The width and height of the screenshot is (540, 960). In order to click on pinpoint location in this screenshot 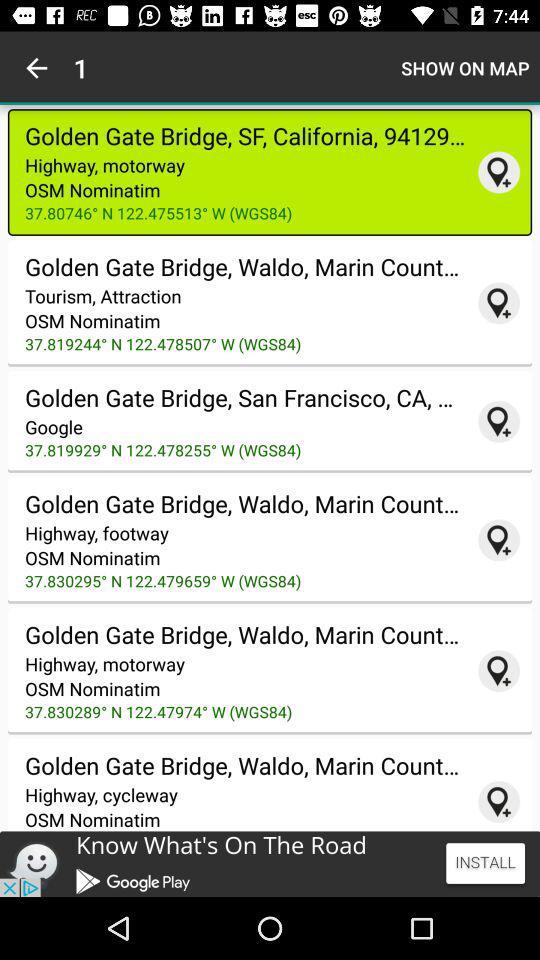, I will do `click(498, 421)`.